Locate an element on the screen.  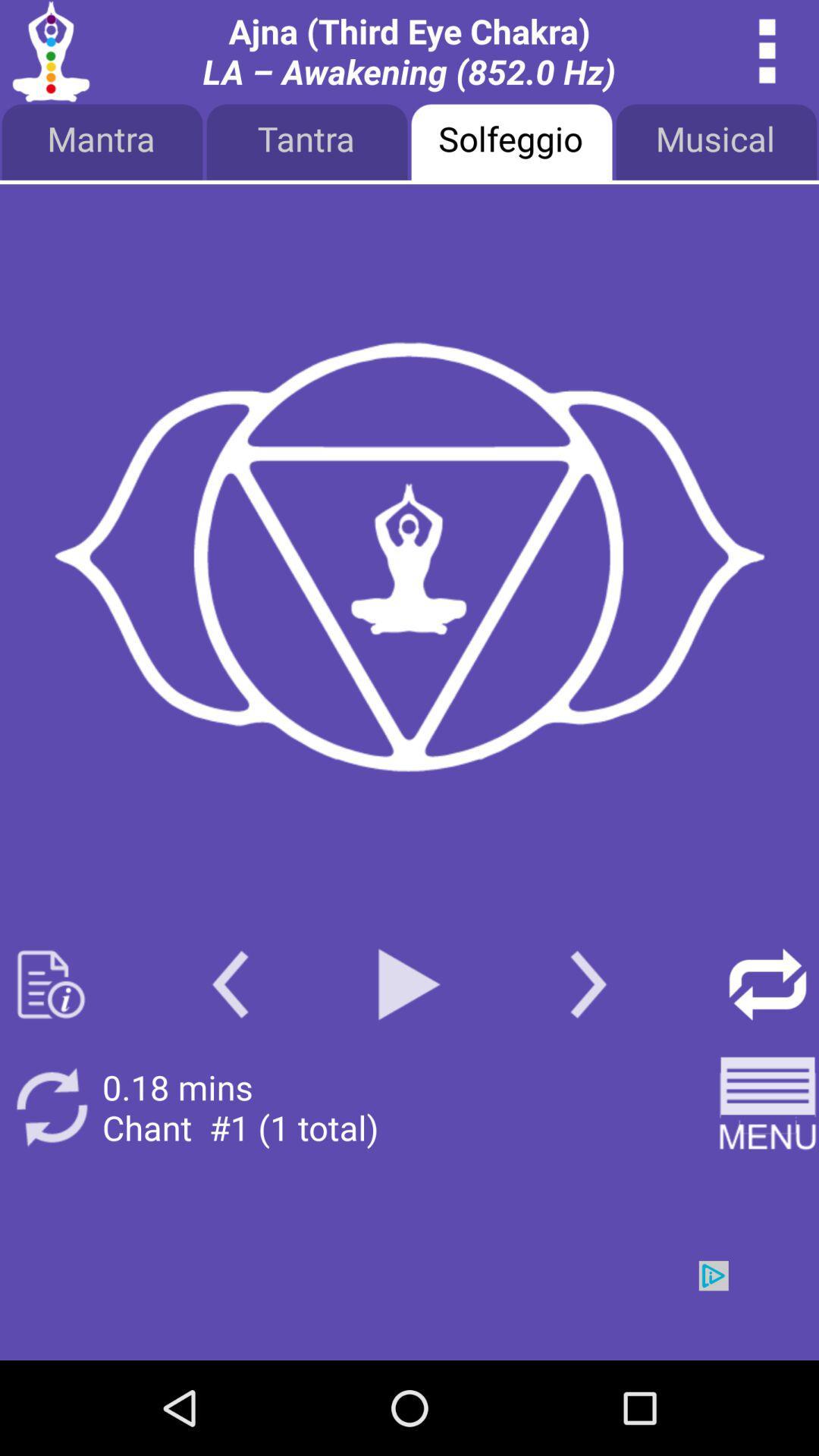
advertisement page is located at coordinates (409, 1310).